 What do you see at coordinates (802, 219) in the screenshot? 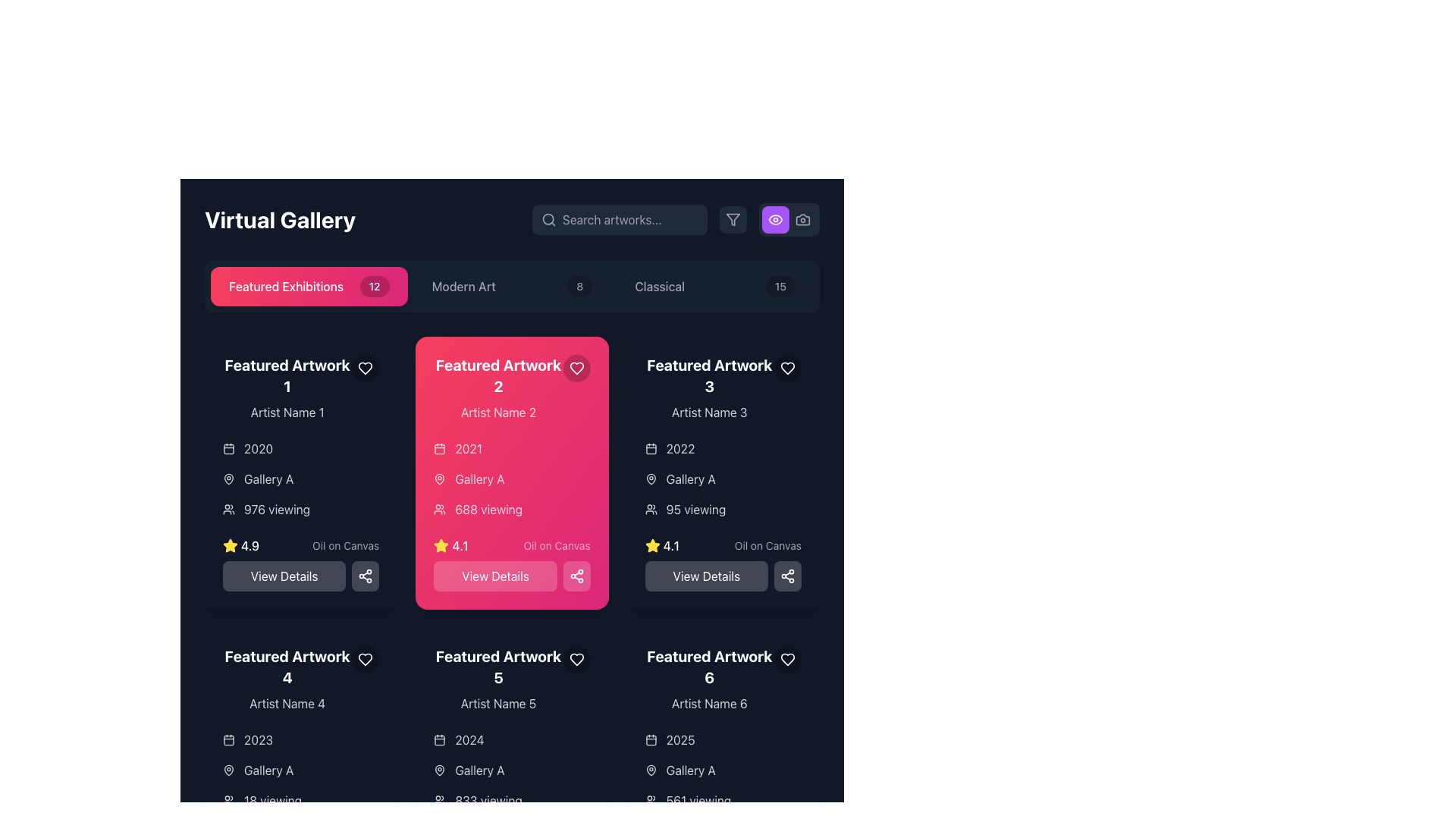
I see `the camera icon located in the upper-right corner of the interface` at bounding box center [802, 219].